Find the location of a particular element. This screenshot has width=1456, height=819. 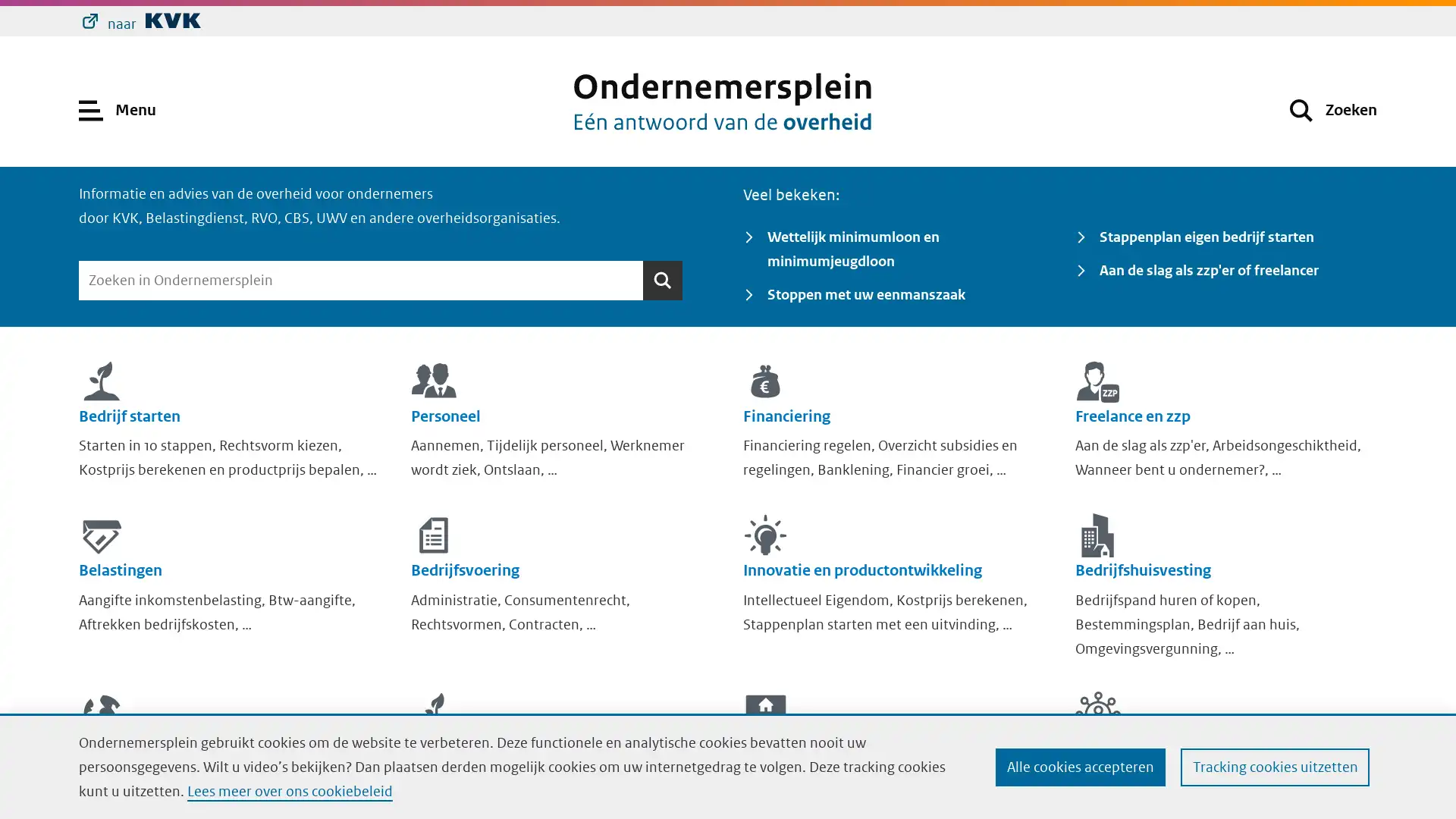

Tracking cookies uitzetten is located at coordinates (1274, 767).